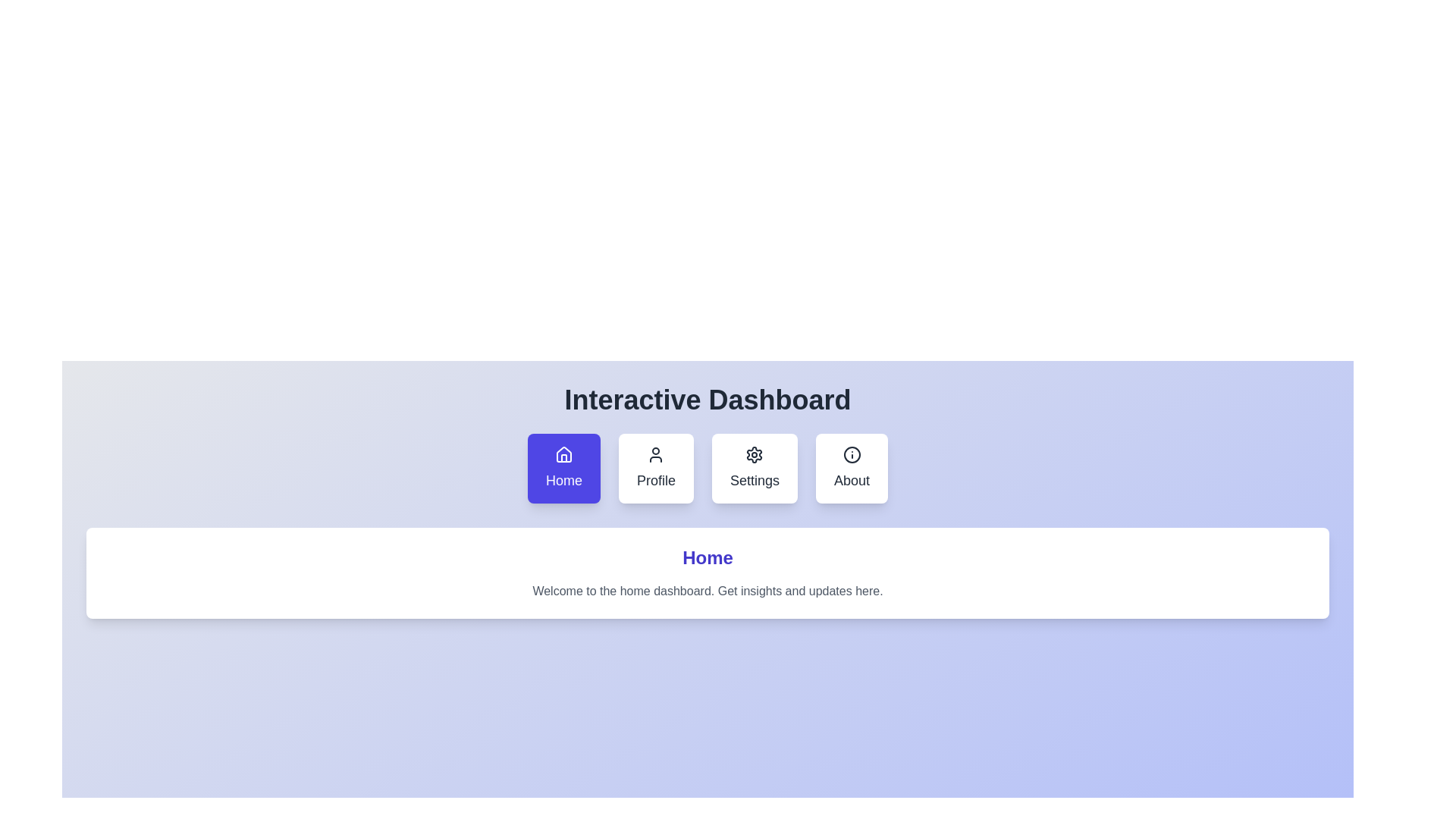  I want to click on the gear icon representing the settings option, which is located as the third button from the left under the 'Interactive Dashboard' header, so click(755, 454).